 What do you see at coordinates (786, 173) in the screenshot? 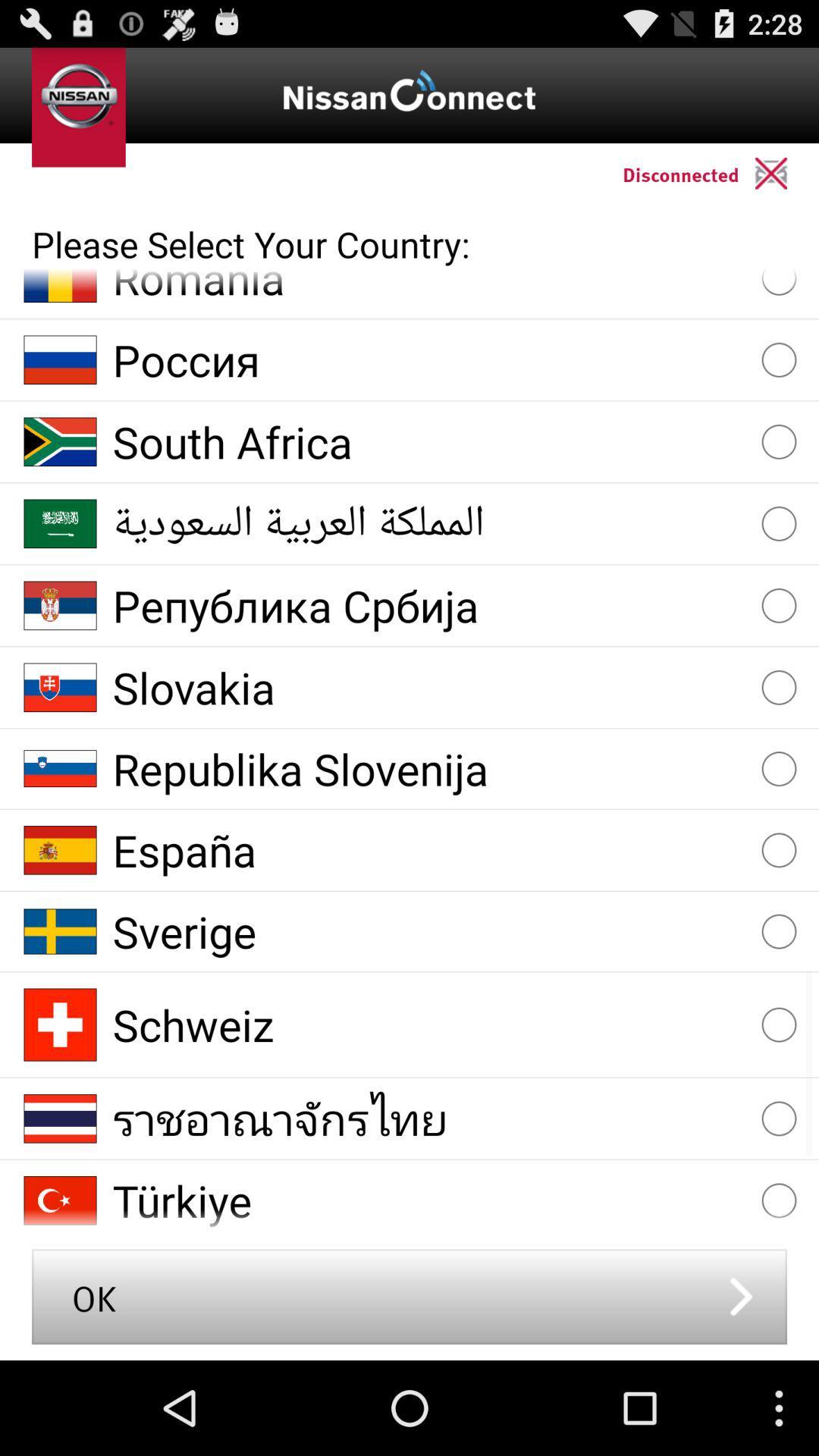
I see `connect option` at bounding box center [786, 173].